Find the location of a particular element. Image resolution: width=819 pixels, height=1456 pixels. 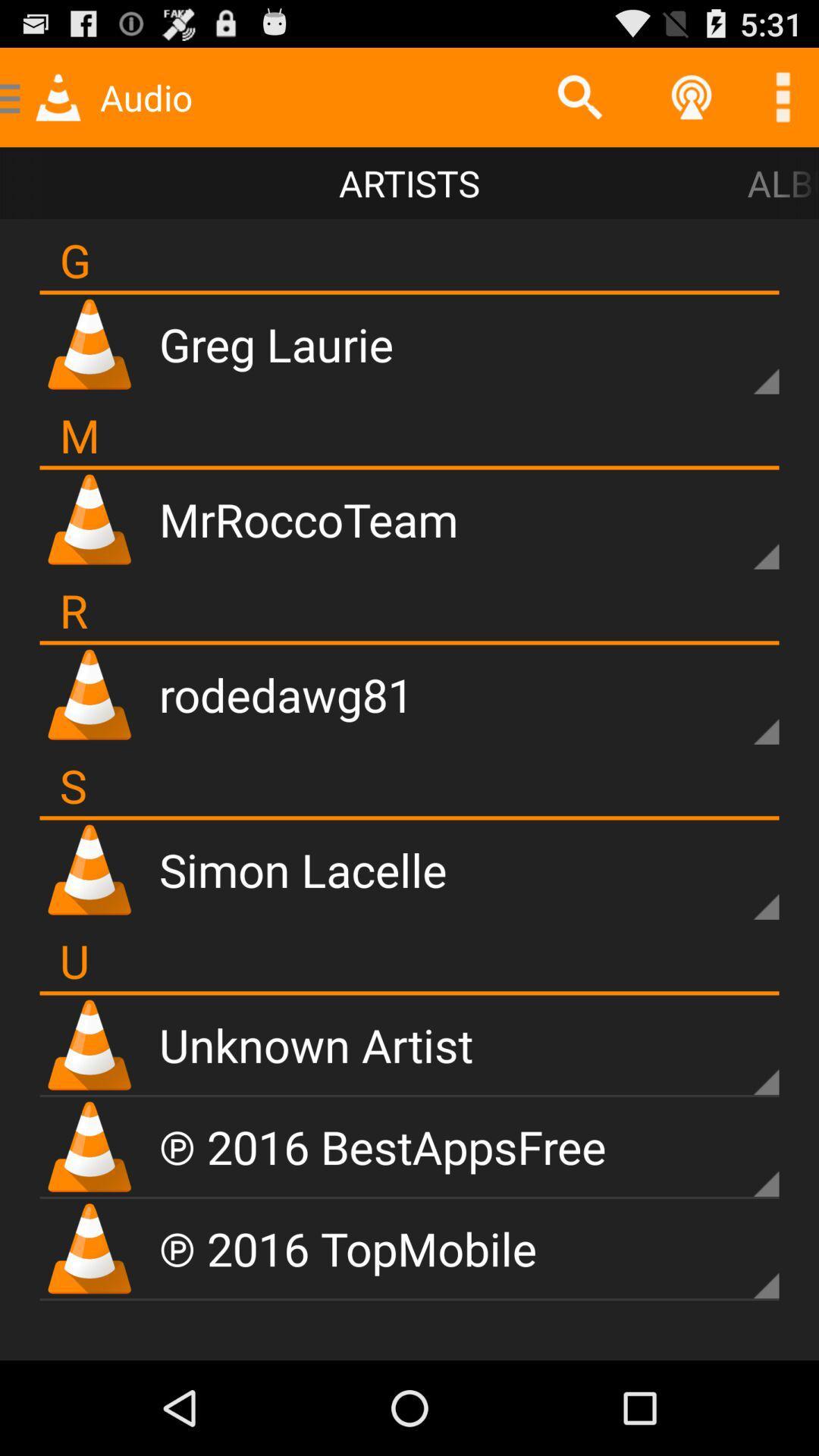

the icon below the u item is located at coordinates (409, 993).